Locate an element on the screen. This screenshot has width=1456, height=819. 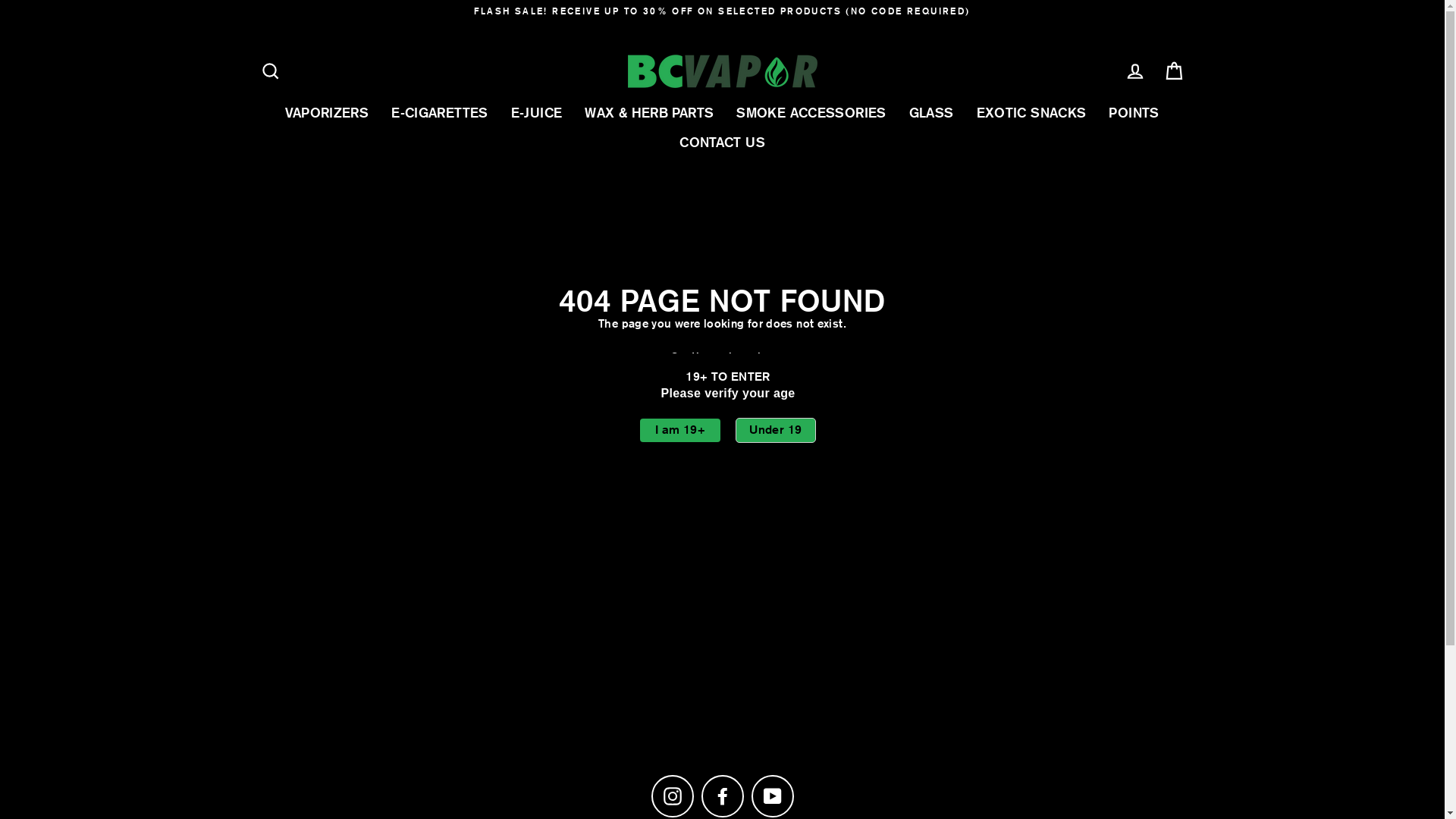
'YouTube' is located at coordinates (771, 795).